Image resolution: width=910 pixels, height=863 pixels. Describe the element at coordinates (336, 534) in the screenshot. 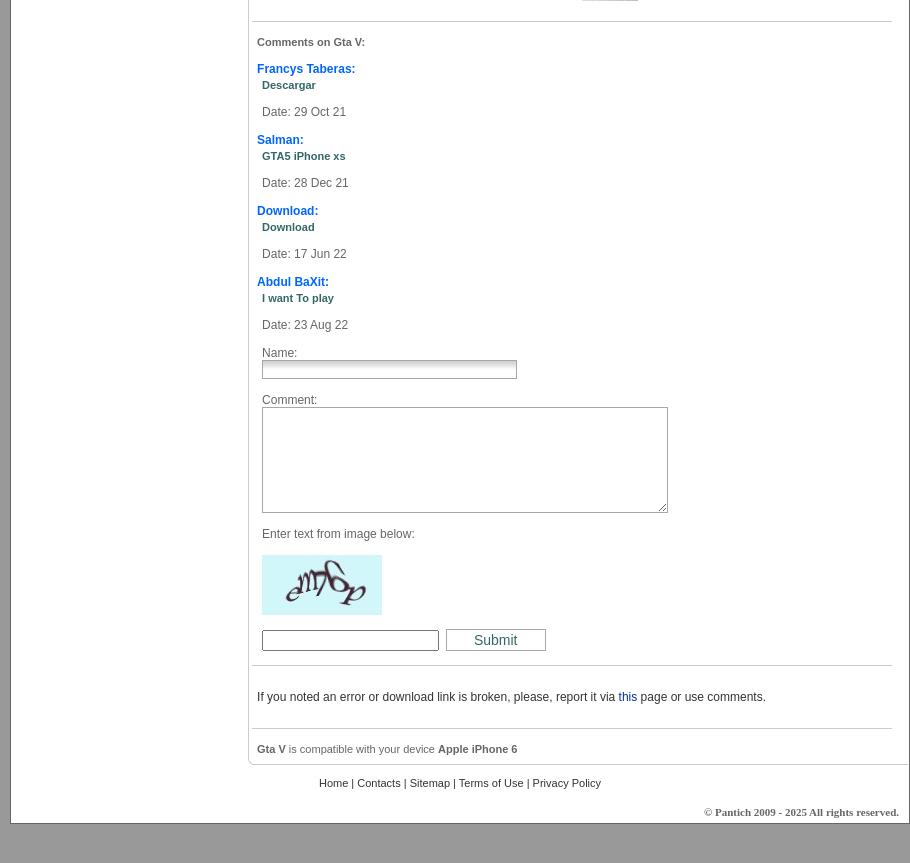

I see `'Enter text from image below:'` at that location.